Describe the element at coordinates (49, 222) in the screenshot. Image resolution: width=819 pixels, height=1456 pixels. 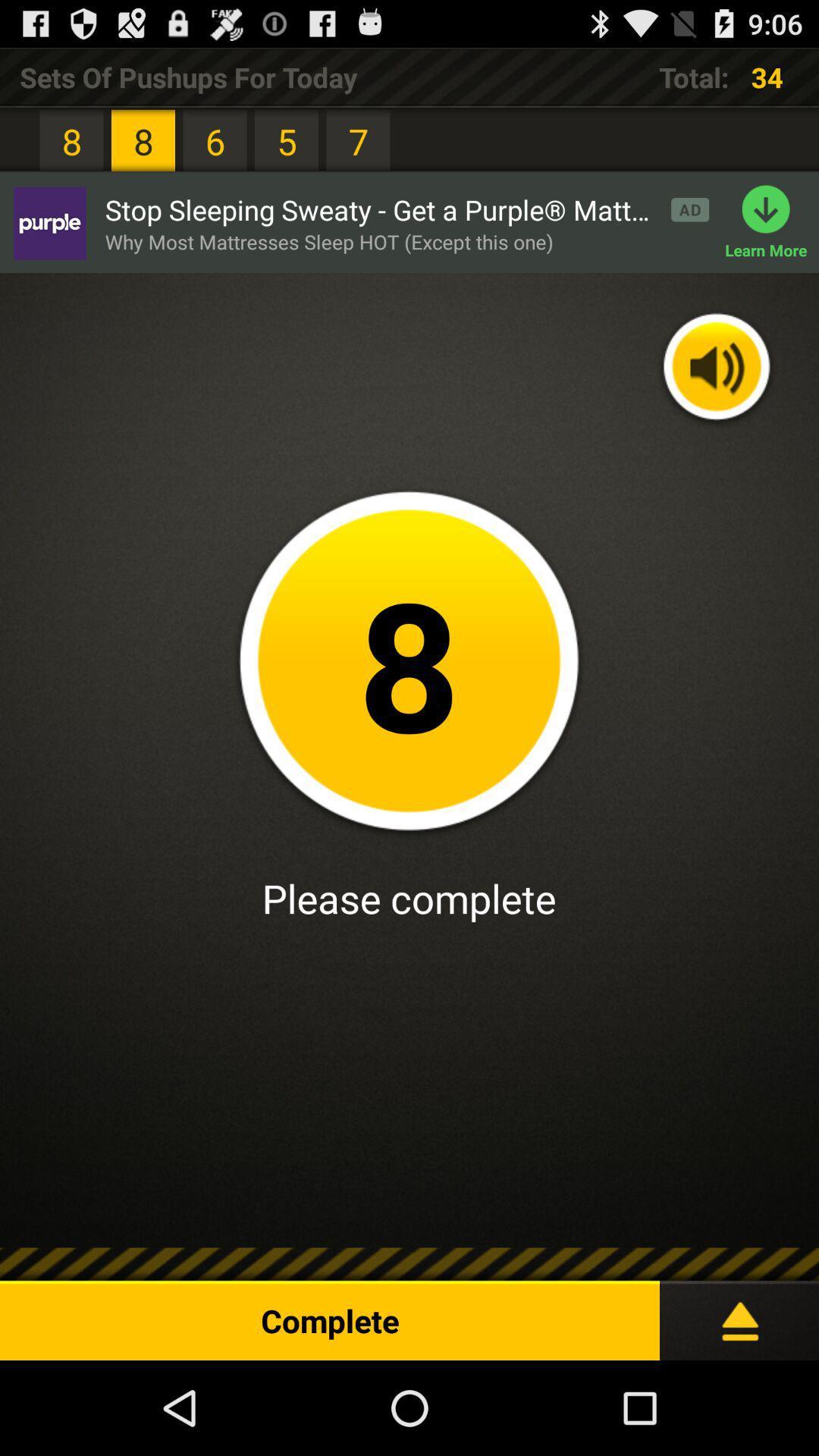
I see `the app below the 8 icon` at that location.